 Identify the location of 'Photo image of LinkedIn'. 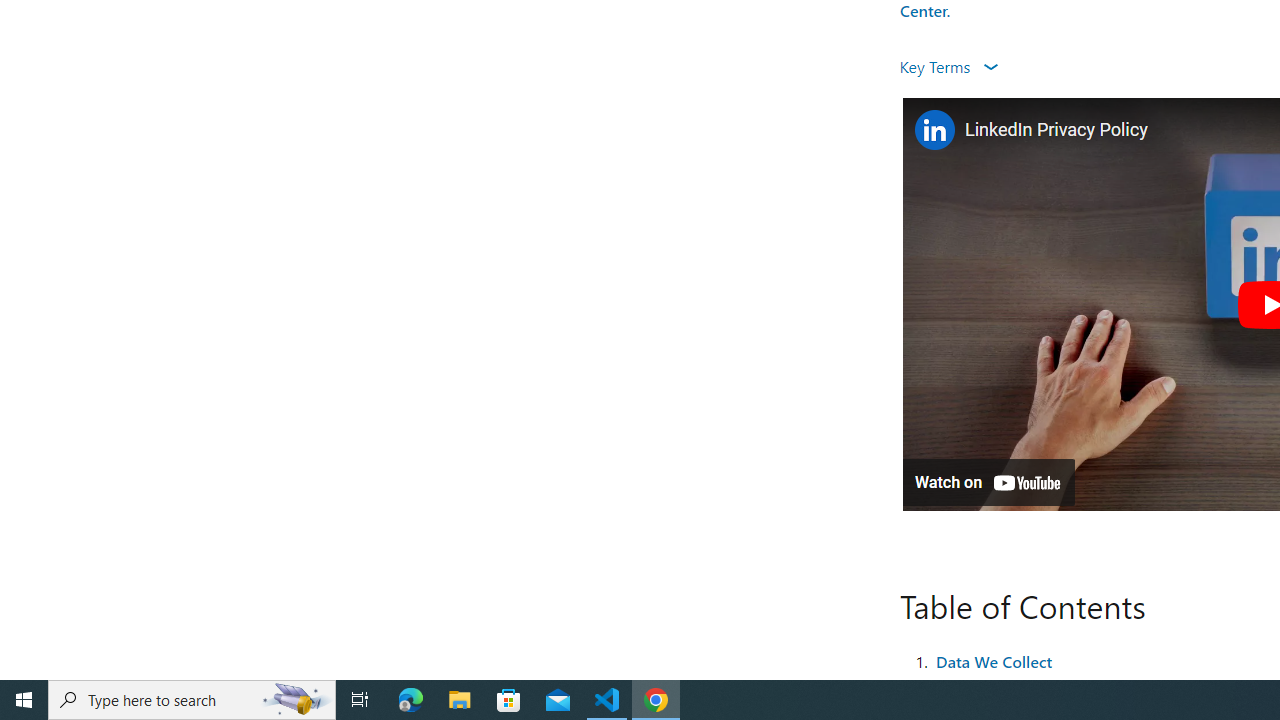
(933, 129).